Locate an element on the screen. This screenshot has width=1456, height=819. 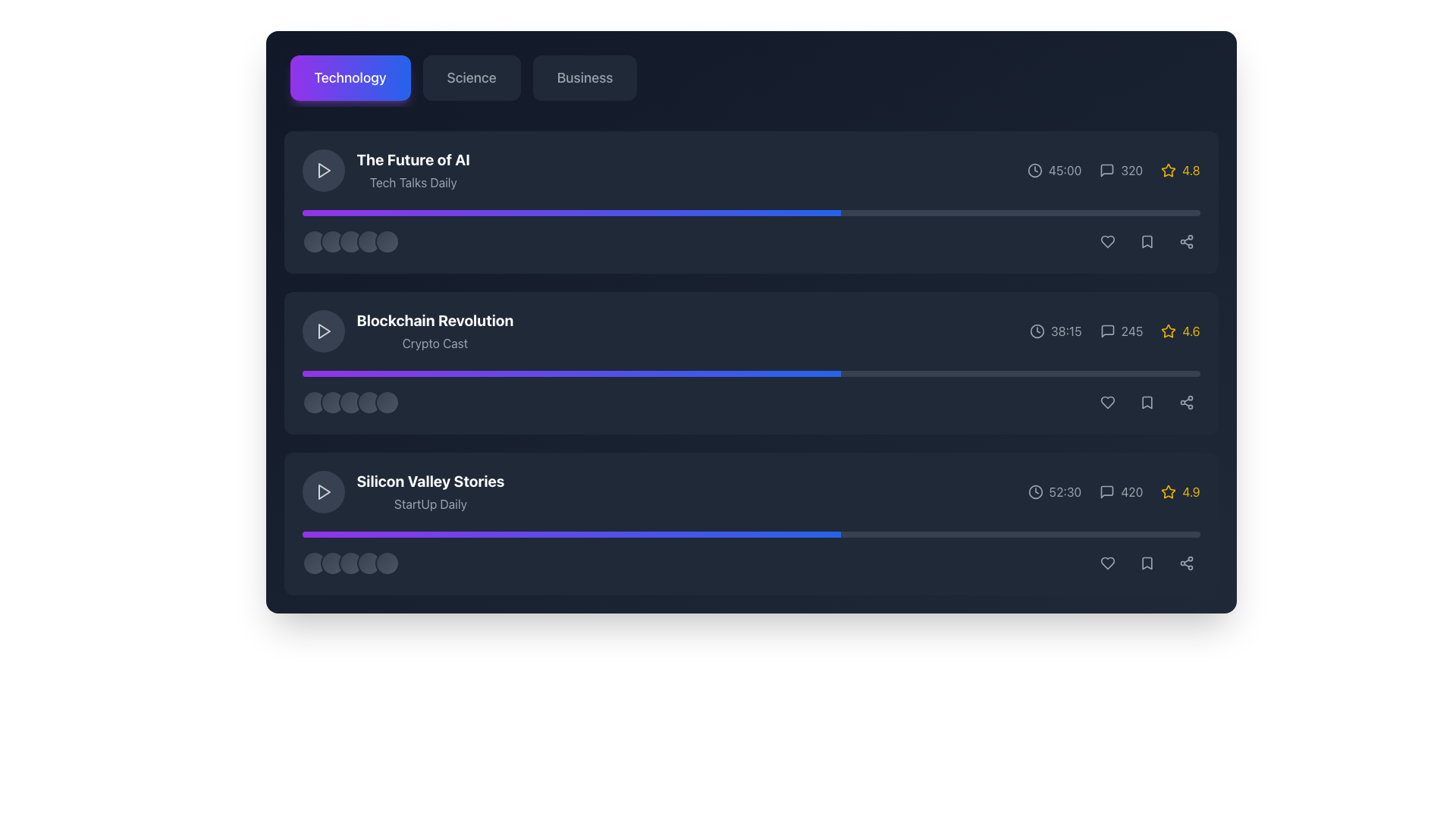
the progress bar indicating 60% fill, located below the title 'The Future of AI' and above the rating circles in the first card of the vertical list is located at coordinates (570, 213).